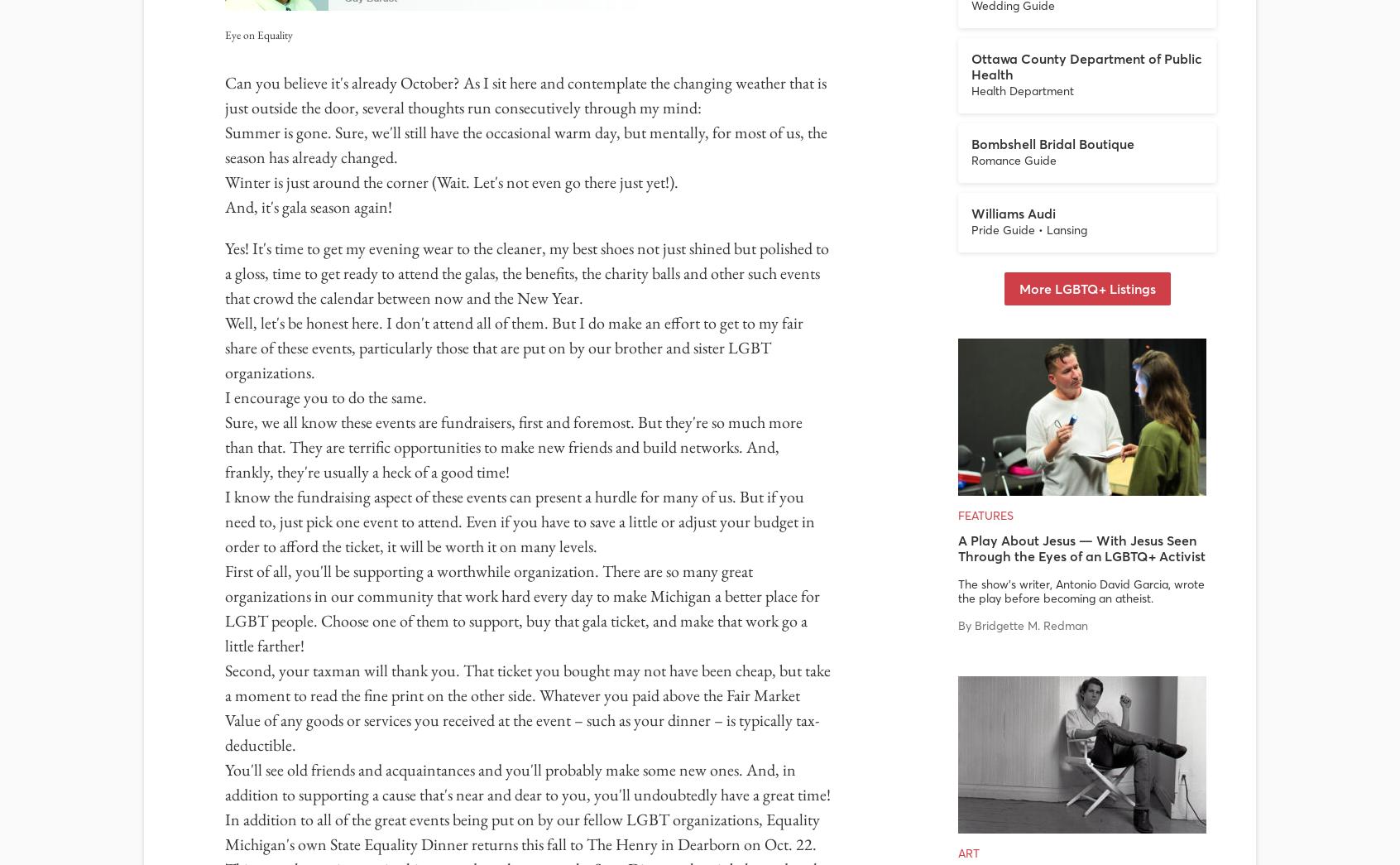  Describe the element at coordinates (841, 622) in the screenshot. I see `'Advertise'` at that location.